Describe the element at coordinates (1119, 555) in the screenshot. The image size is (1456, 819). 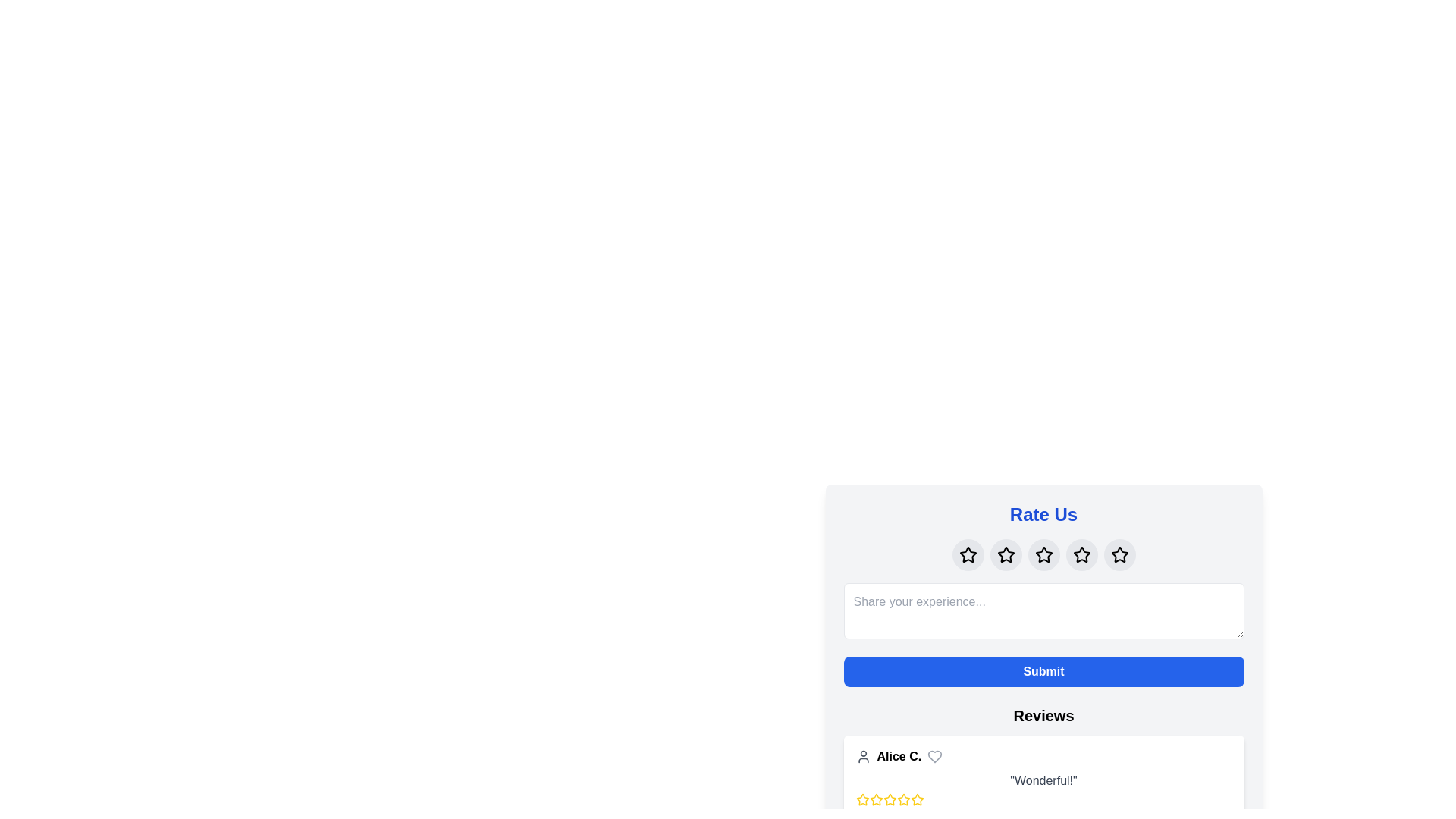
I see `the fifth star icon enclosed in a button under the 'Rate Us' heading` at that location.